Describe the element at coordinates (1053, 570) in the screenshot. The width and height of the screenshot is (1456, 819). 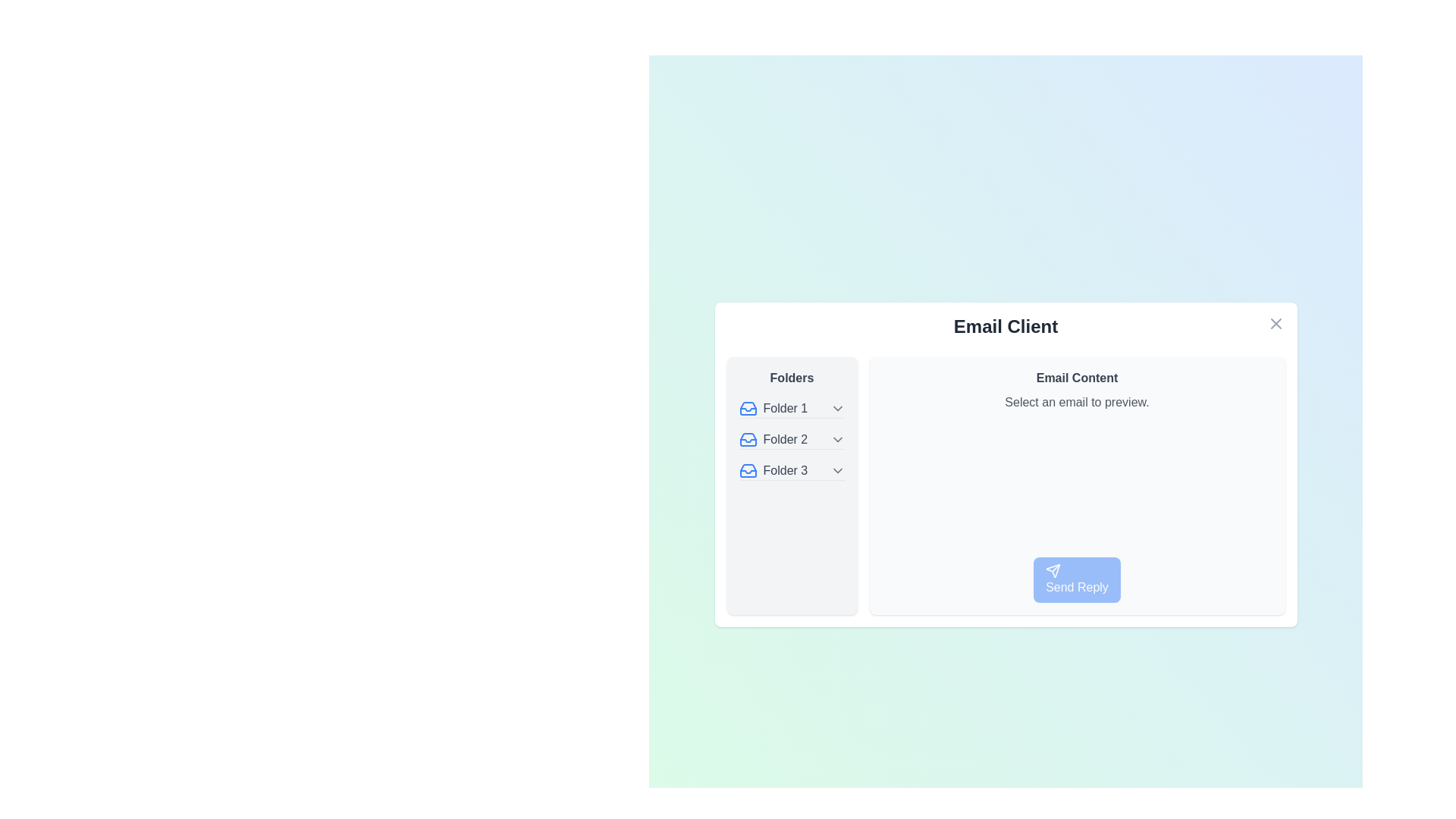
I see `the small triangular send icon located near the bottom-center of the email client interface, above the 'Send Reply' text label` at that location.